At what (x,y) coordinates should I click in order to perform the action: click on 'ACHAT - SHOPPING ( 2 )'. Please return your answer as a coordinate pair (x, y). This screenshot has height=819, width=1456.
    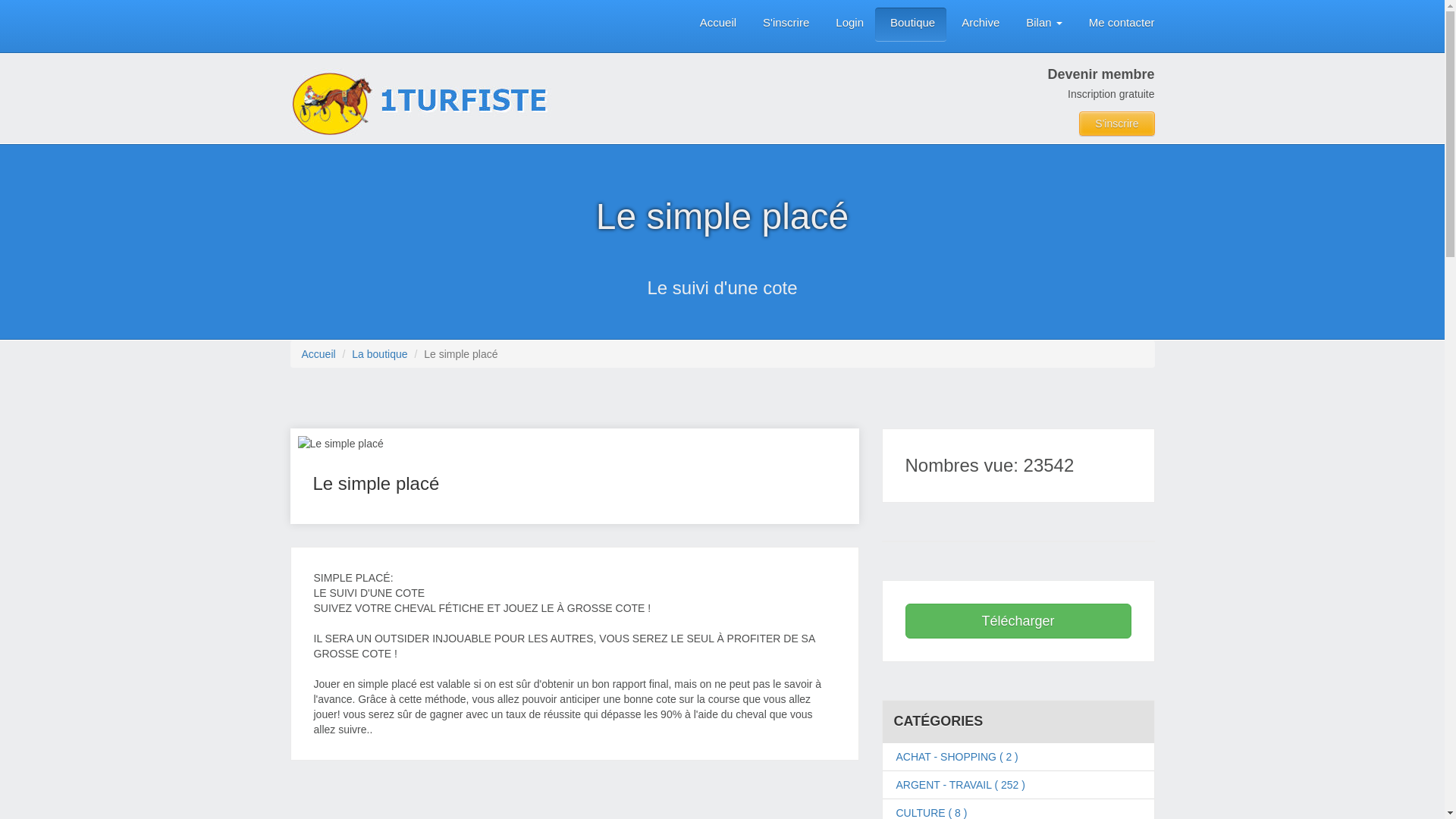
    Looking at the image, I should click on (956, 757).